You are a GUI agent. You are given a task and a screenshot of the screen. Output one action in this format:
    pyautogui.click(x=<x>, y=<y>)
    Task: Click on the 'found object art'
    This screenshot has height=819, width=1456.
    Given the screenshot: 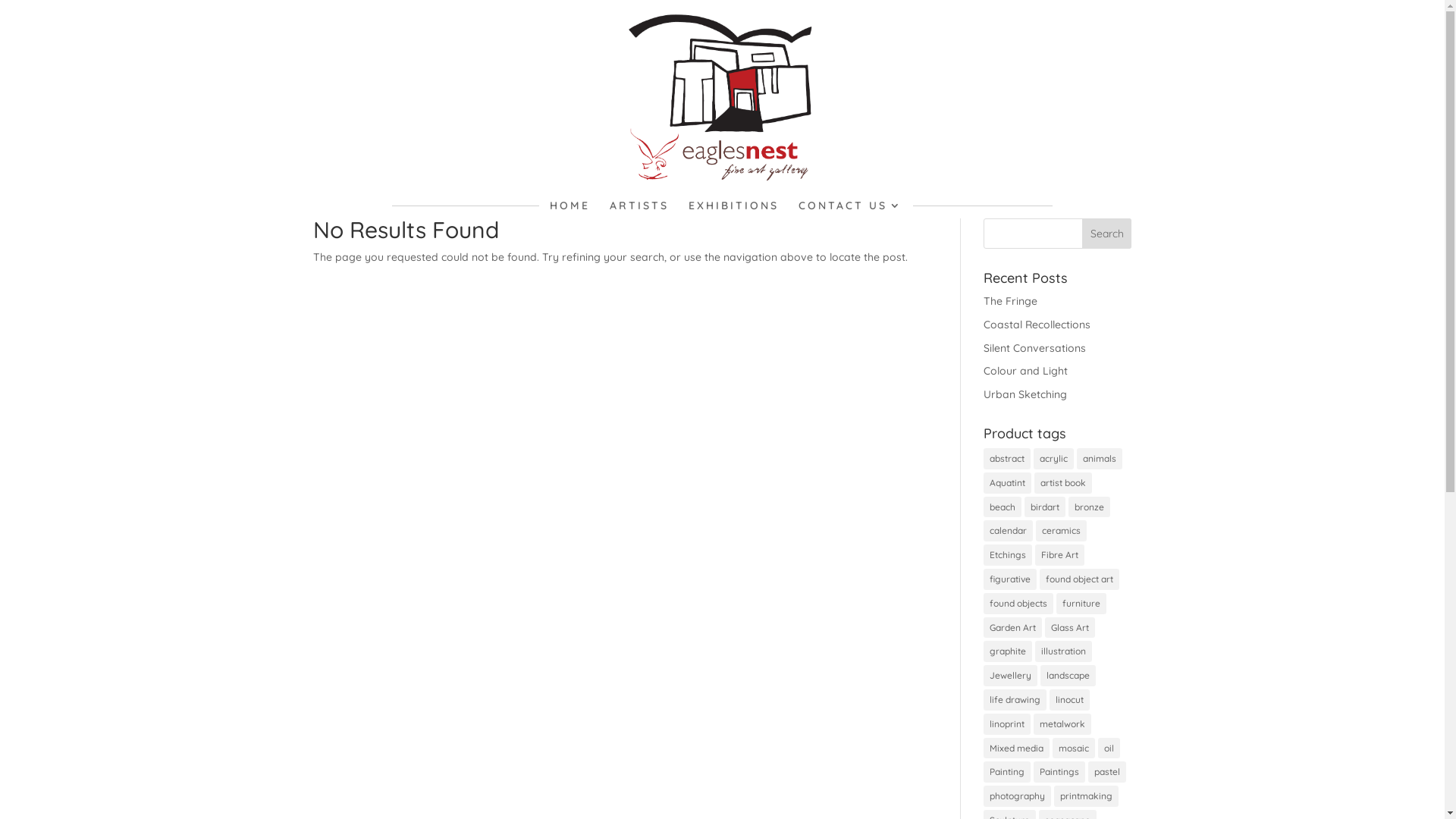 What is the action you would take?
    pyautogui.click(x=1039, y=579)
    